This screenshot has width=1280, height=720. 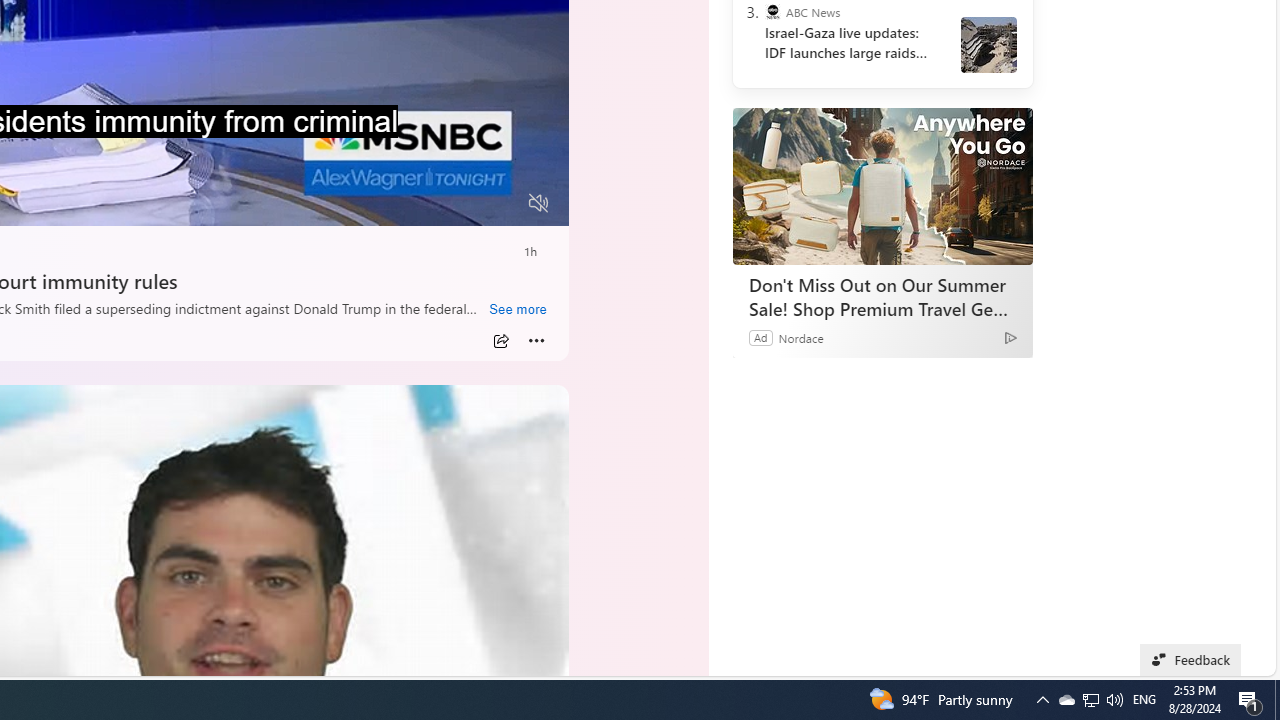 I want to click on 'See more', so click(x=517, y=309).